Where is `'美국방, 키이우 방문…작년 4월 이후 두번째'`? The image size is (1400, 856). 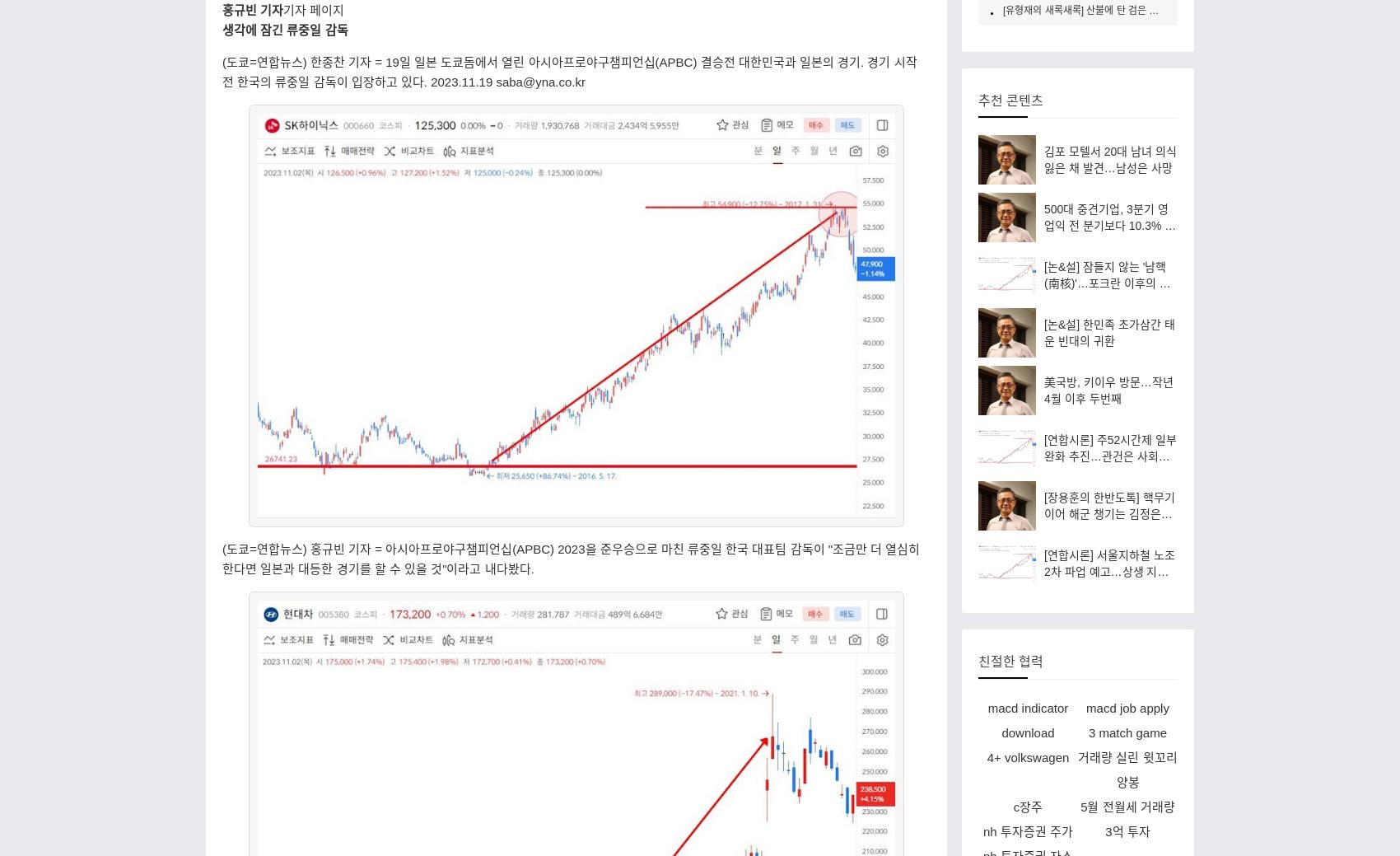
'美국방, 키이우 방문…작년 4월 이후 두번째' is located at coordinates (1108, 388).